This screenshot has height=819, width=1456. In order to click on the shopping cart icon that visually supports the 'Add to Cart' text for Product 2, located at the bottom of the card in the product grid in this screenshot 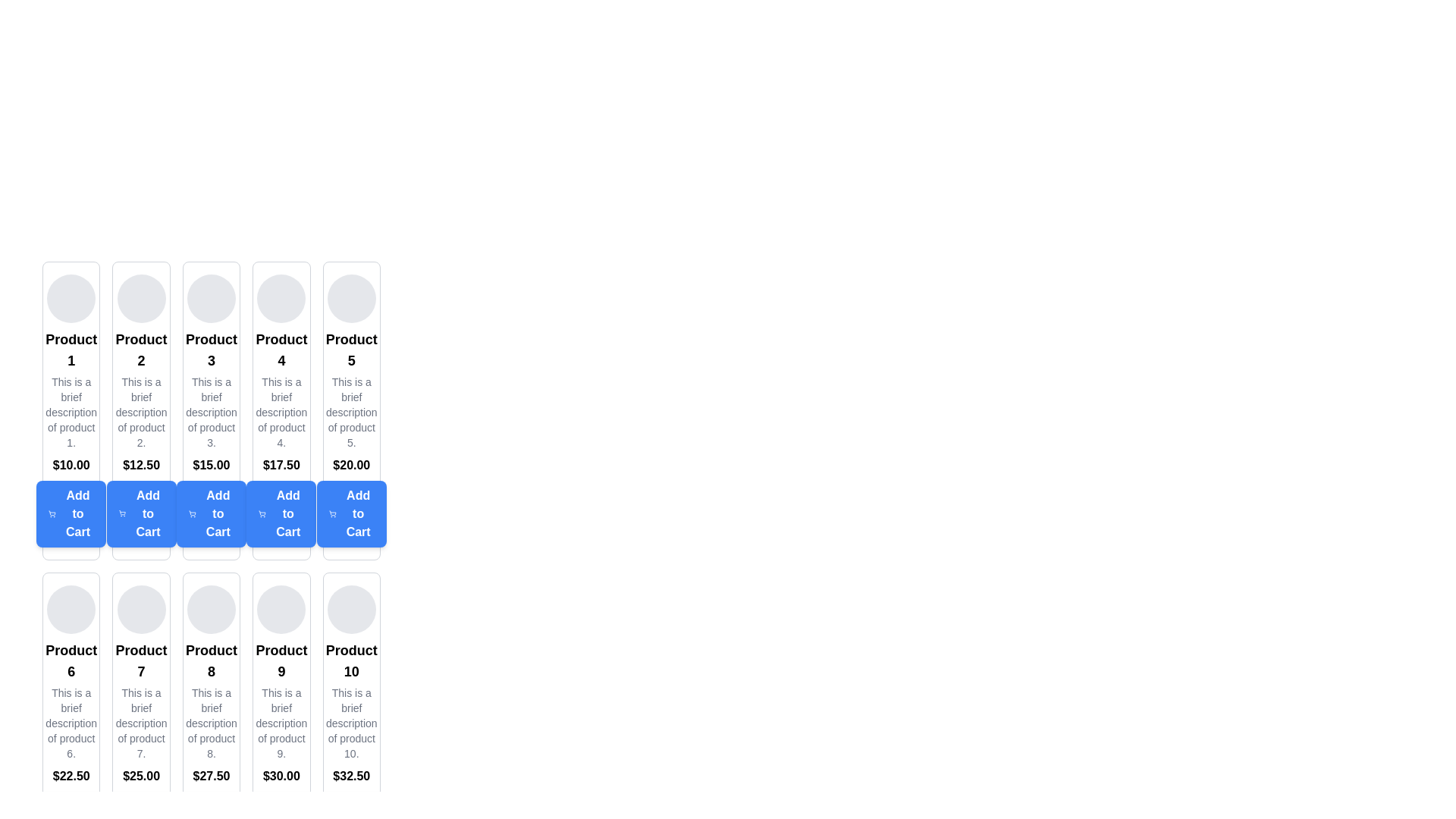, I will do `click(122, 513)`.